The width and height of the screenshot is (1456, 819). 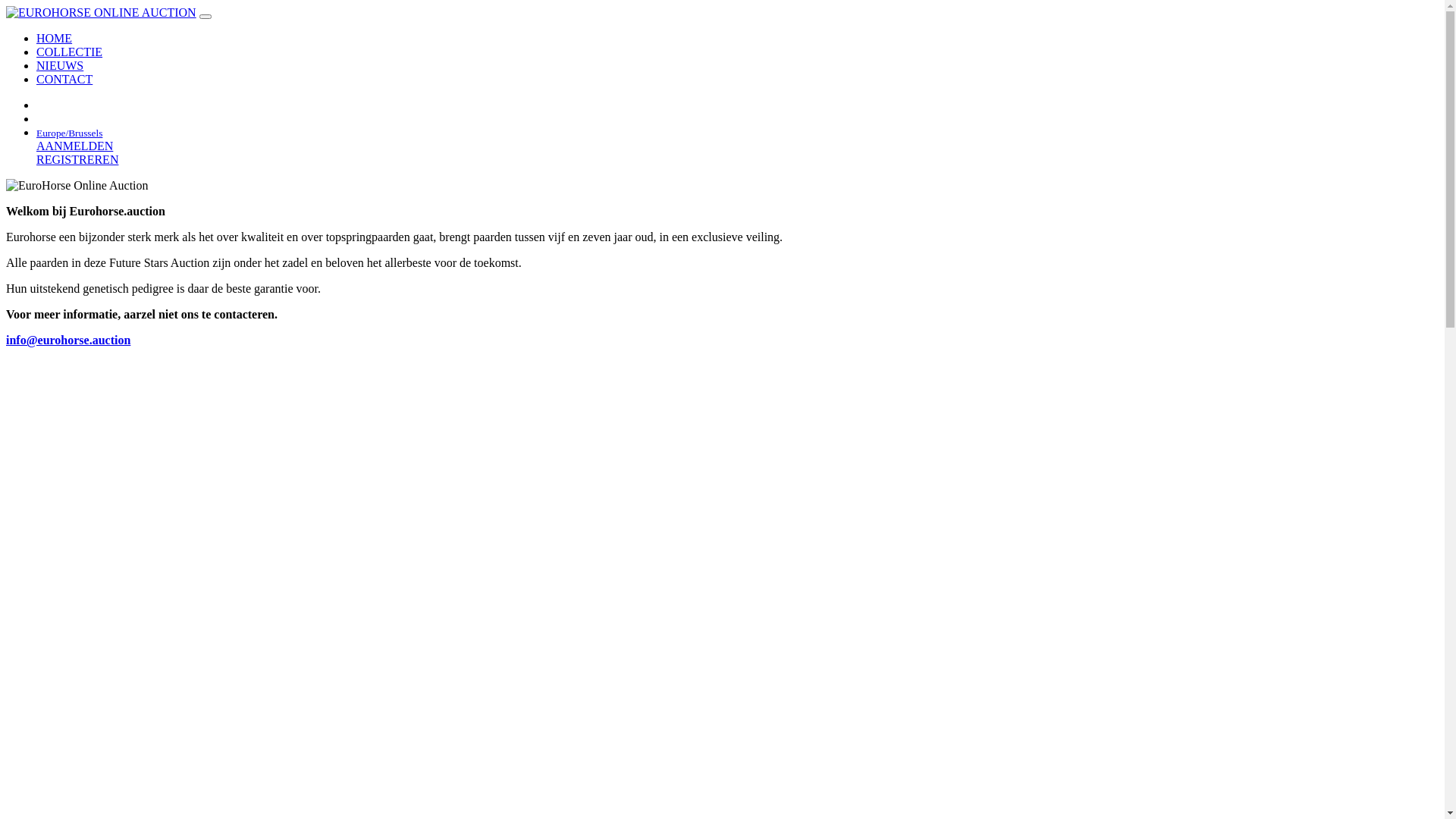 What do you see at coordinates (67, 339) in the screenshot?
I see `'info@eurohorse.auction'` at bounding box center [67, 339].